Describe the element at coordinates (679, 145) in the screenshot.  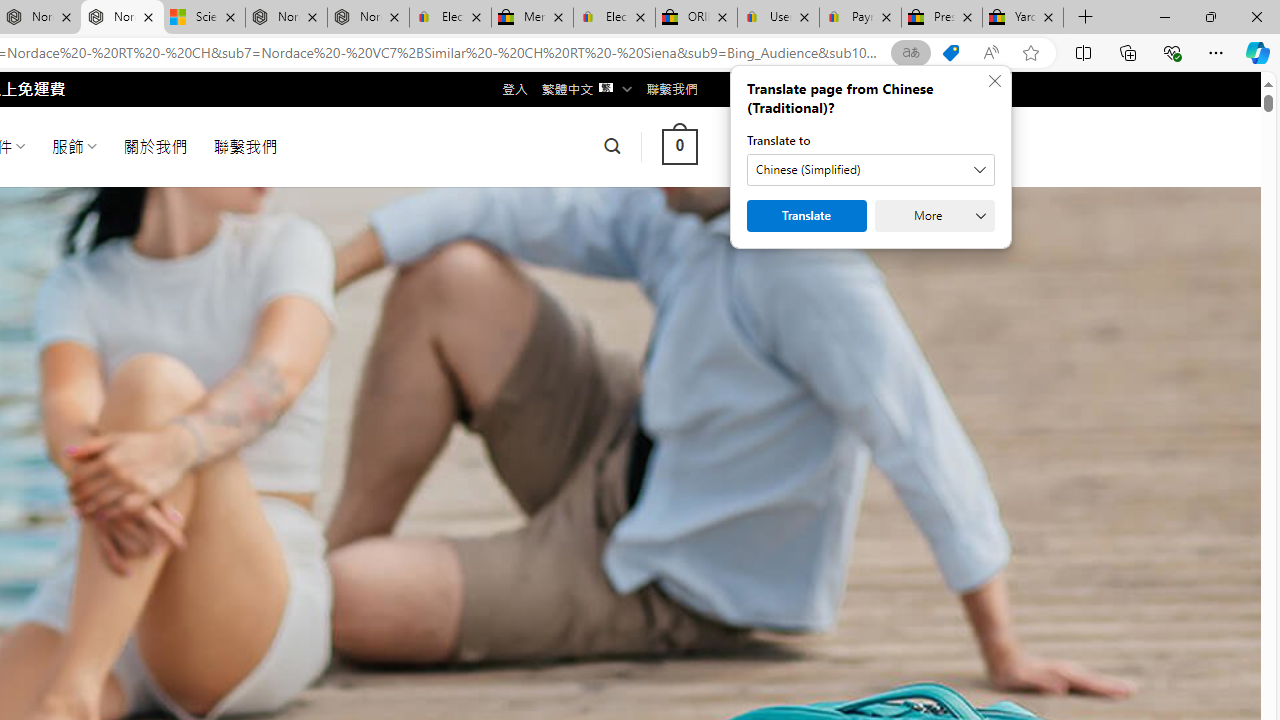
I see `' 0 '` at that location.